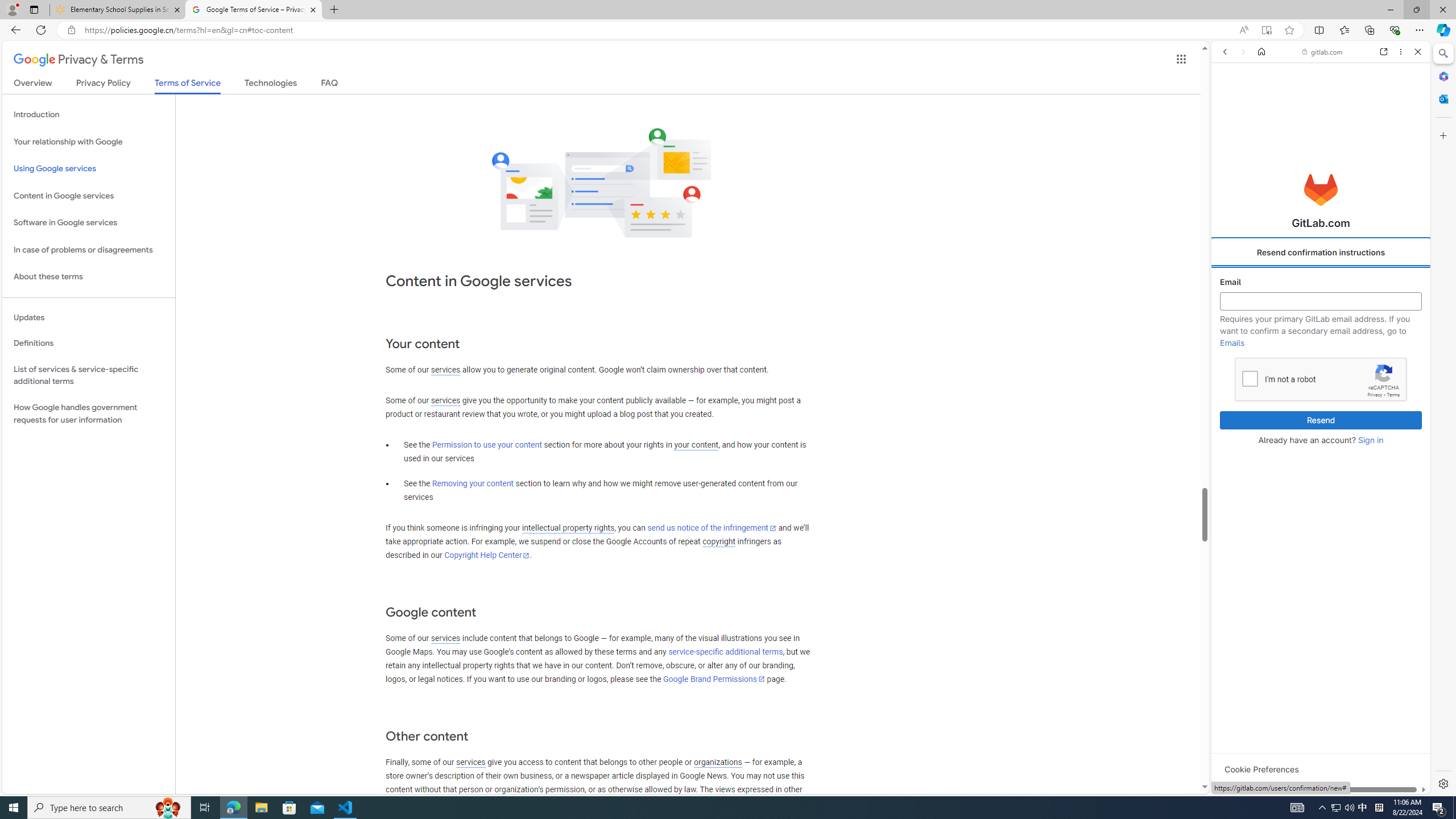 Image resolution: width=1456 pixels, height=819 pixels. What do you see at coordinates (1319, 337) in the screenshot?
I see `'About GitLab'` at bounding box center [1319, 337].